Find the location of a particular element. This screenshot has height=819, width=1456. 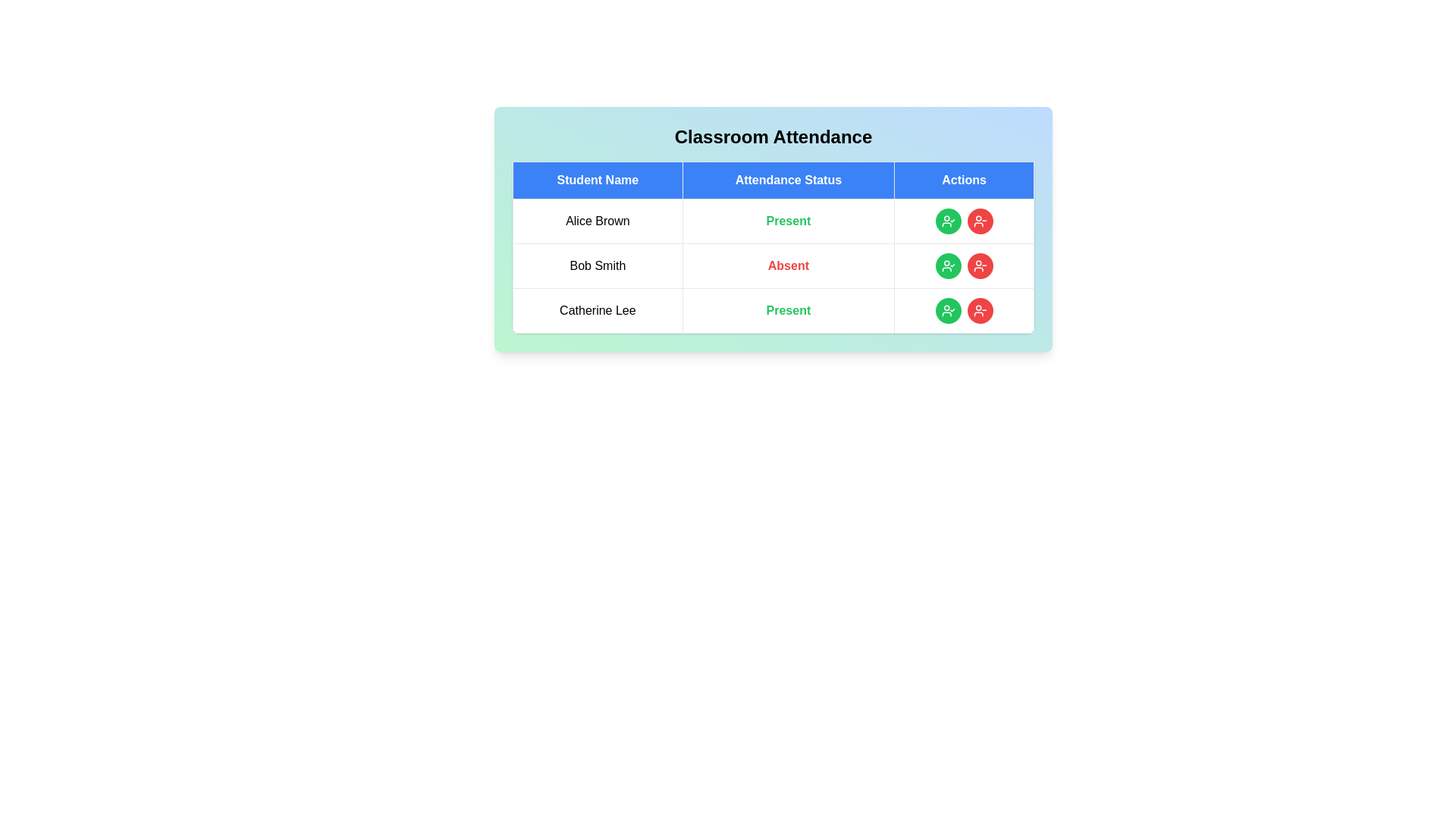

'Mark Absent' button for the student Bob Smith is located at coordinates (980, 265).